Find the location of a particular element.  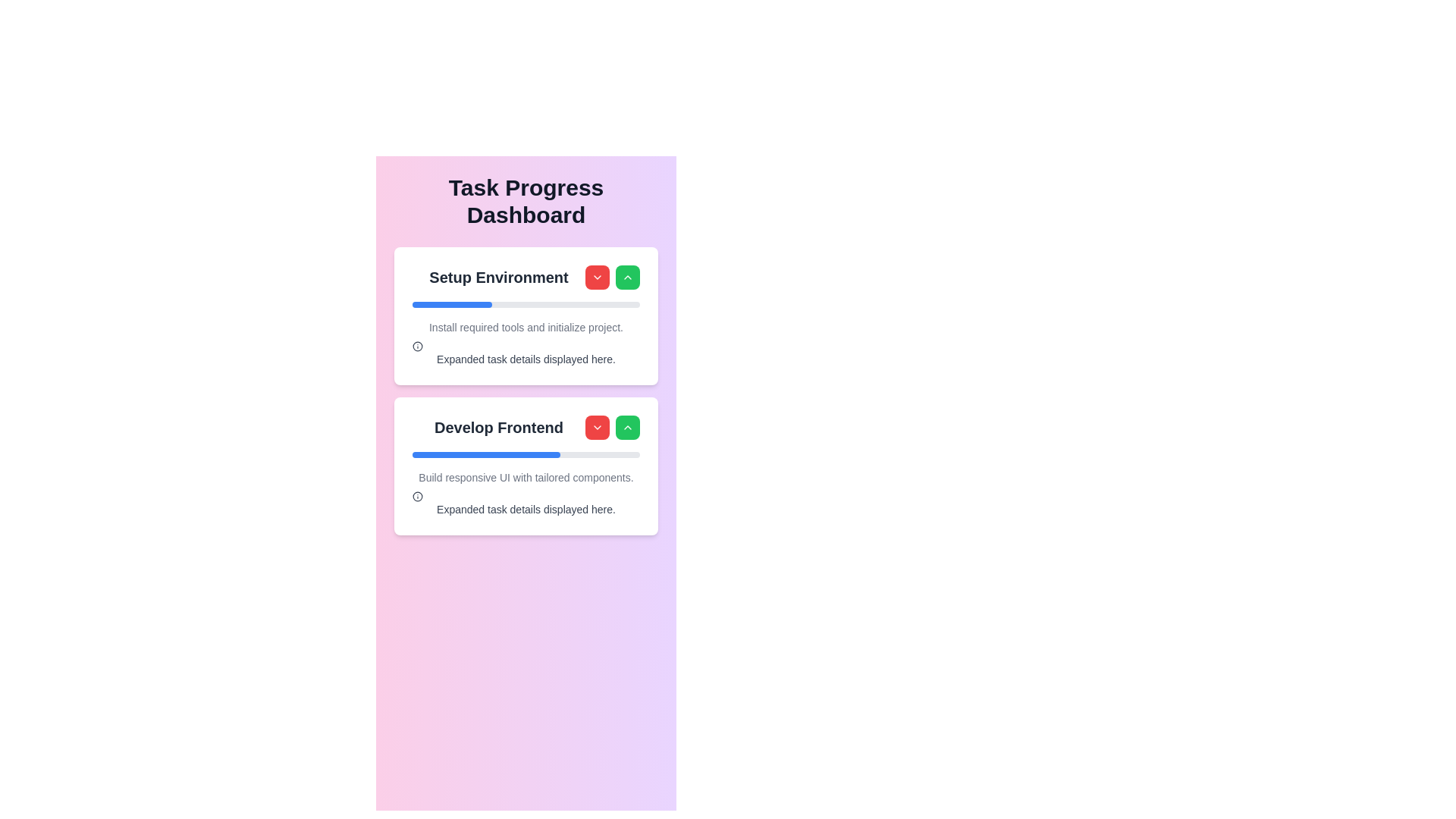

the Progress Bar located below the 'Develop Frontend' title and action buttons, which visually indicates task completion percentage is located at coordinates (526, 454).